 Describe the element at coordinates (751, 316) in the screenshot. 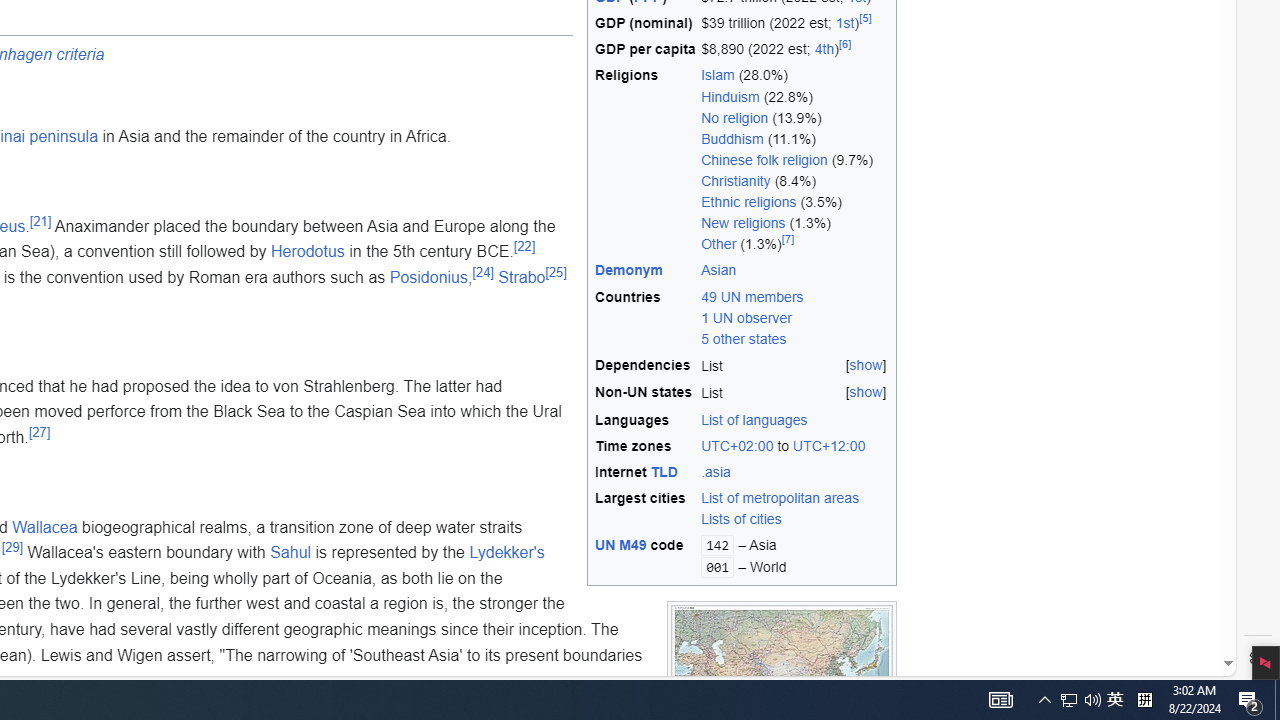

I see `'49 UN members 1 UN observer 5 other states'` at that location.